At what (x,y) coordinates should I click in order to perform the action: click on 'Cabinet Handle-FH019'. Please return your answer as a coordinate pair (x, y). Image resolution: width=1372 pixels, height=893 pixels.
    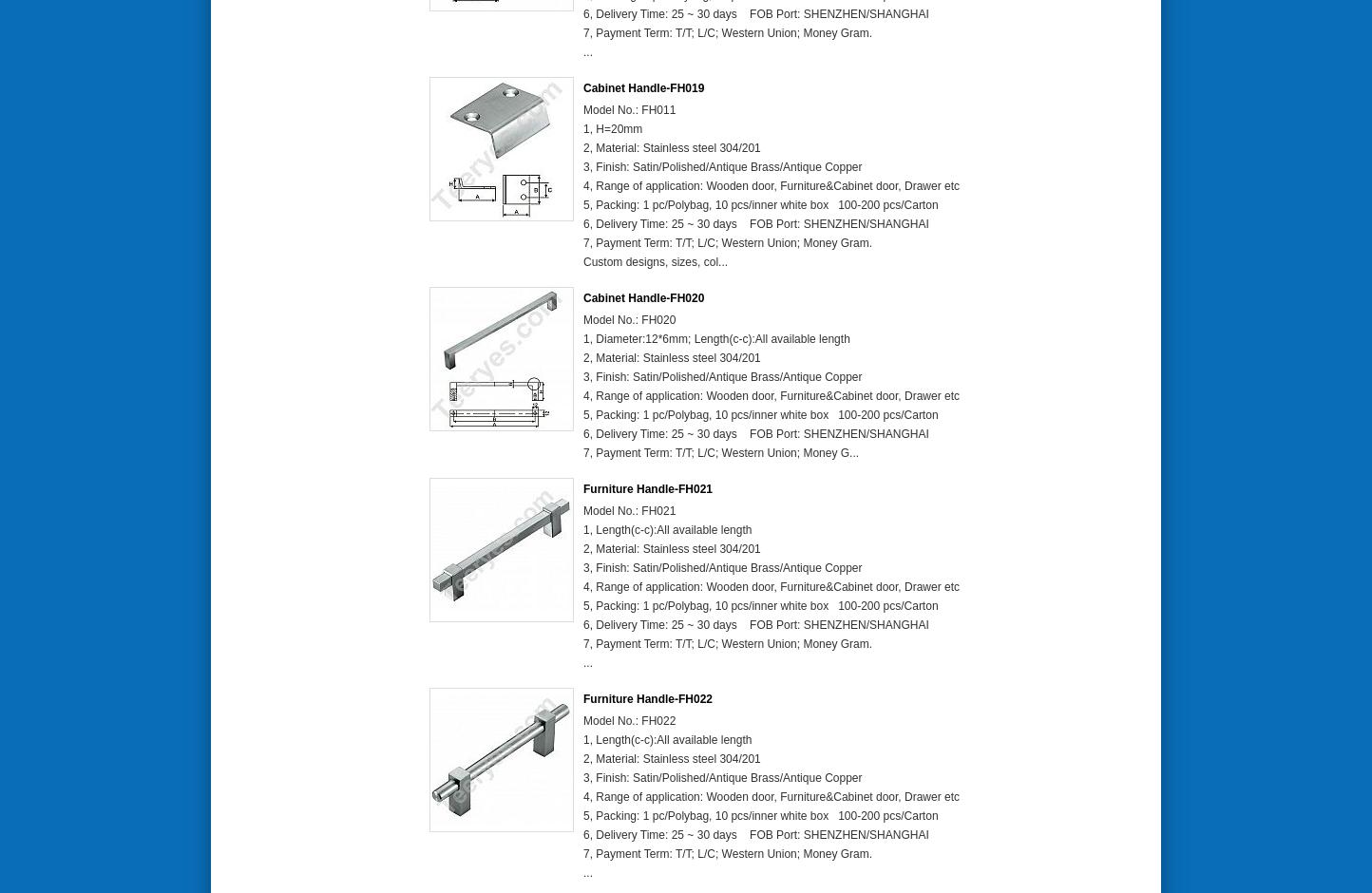
    Looking at the image, I should click on (582, 87).